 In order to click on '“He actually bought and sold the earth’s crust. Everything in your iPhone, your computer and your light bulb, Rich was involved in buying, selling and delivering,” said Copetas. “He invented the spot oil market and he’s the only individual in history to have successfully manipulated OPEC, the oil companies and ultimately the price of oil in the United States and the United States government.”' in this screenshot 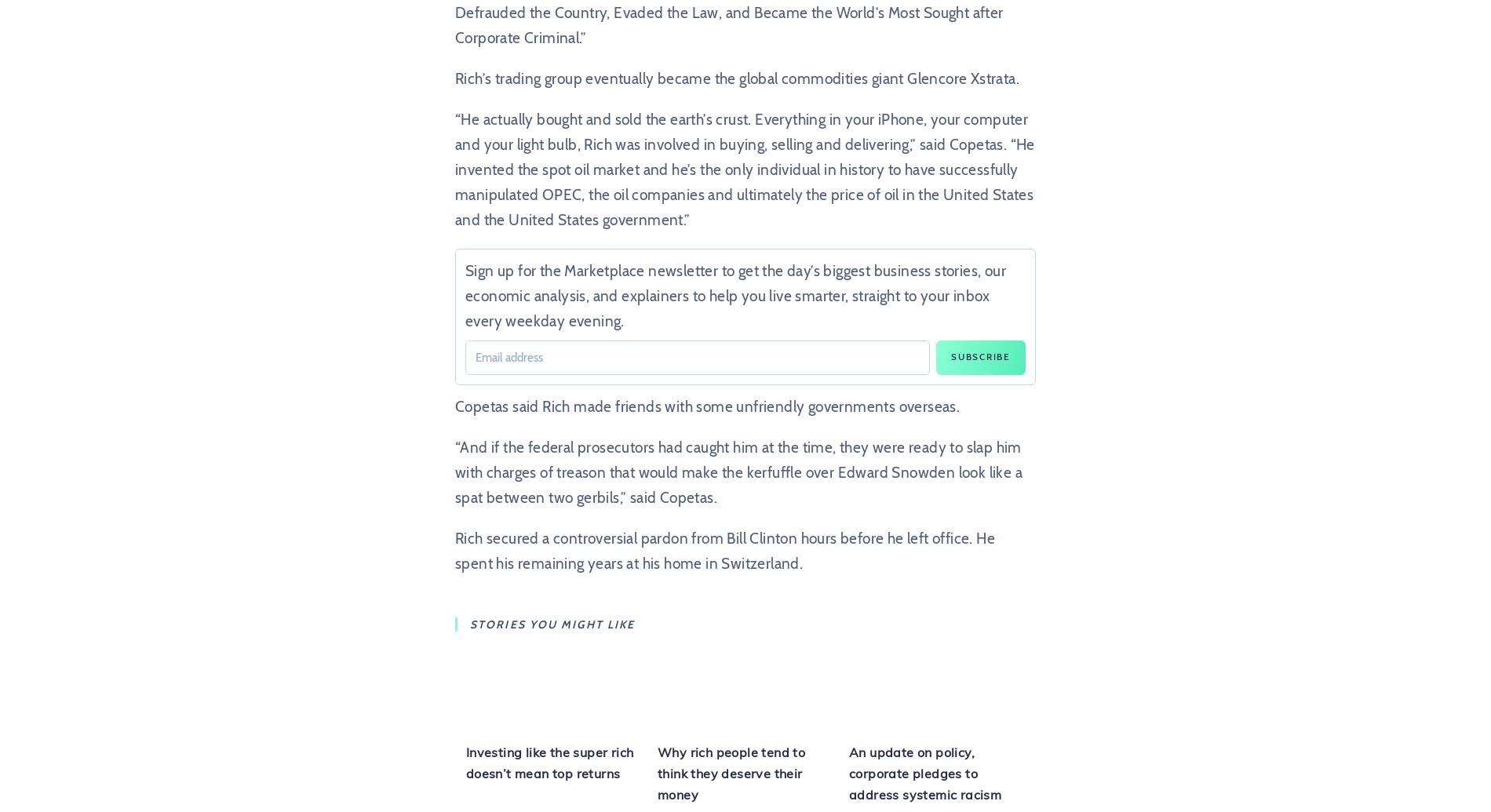, I will do `click(744, 169)`.